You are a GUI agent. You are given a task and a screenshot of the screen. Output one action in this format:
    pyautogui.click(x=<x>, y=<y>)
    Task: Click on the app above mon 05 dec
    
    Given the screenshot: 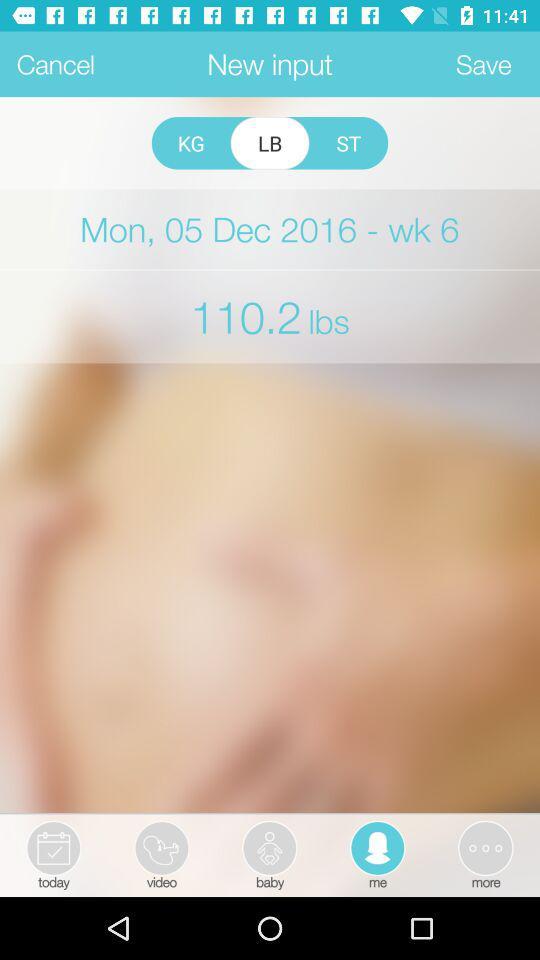 What is the action you would take?
    pyautogui.click(x=347, y=142)
    